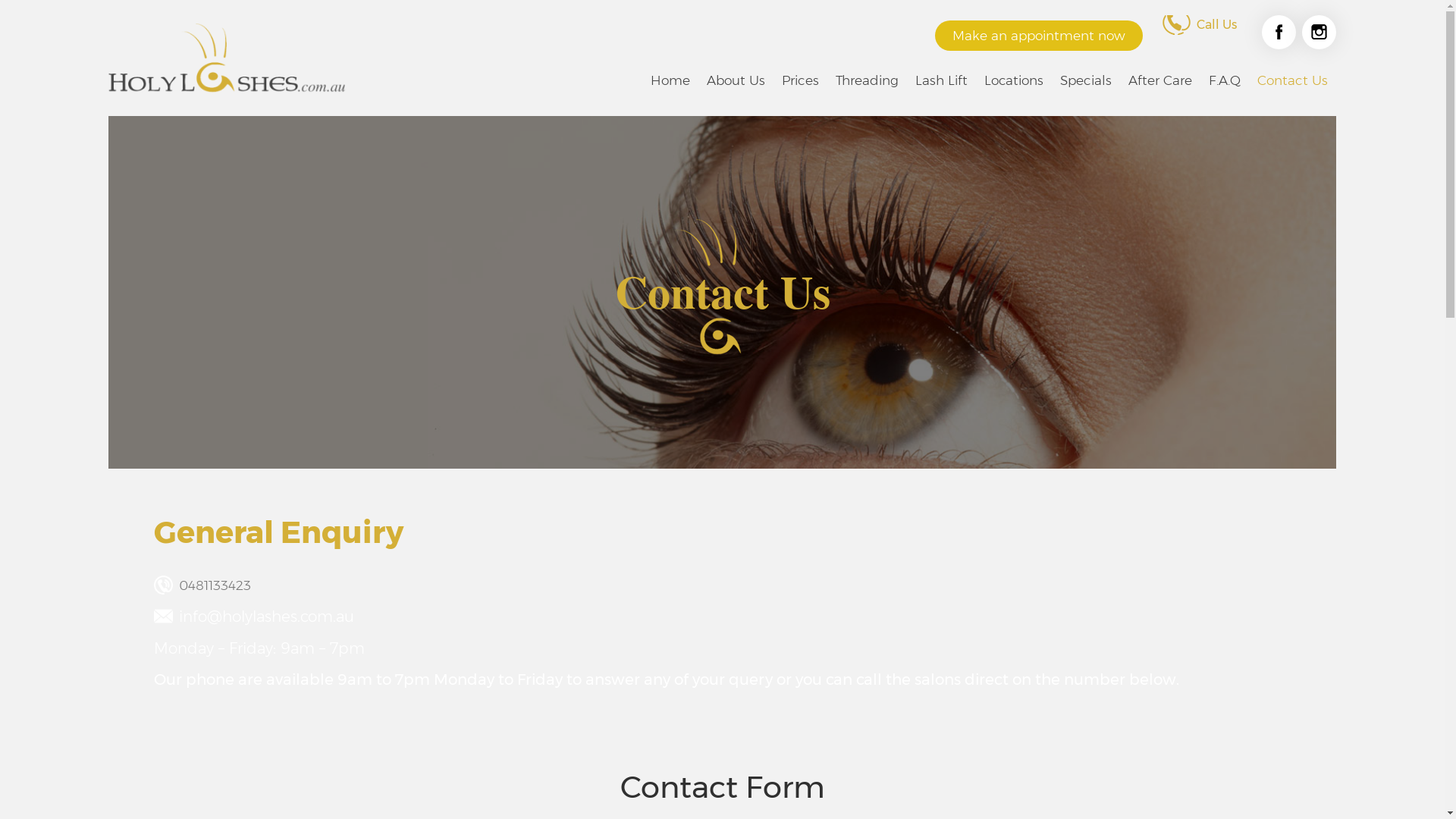  What do you see at coordinates (736, 80) in the screenshot?
I see `'About Us'` at bounding box center [736, 80].